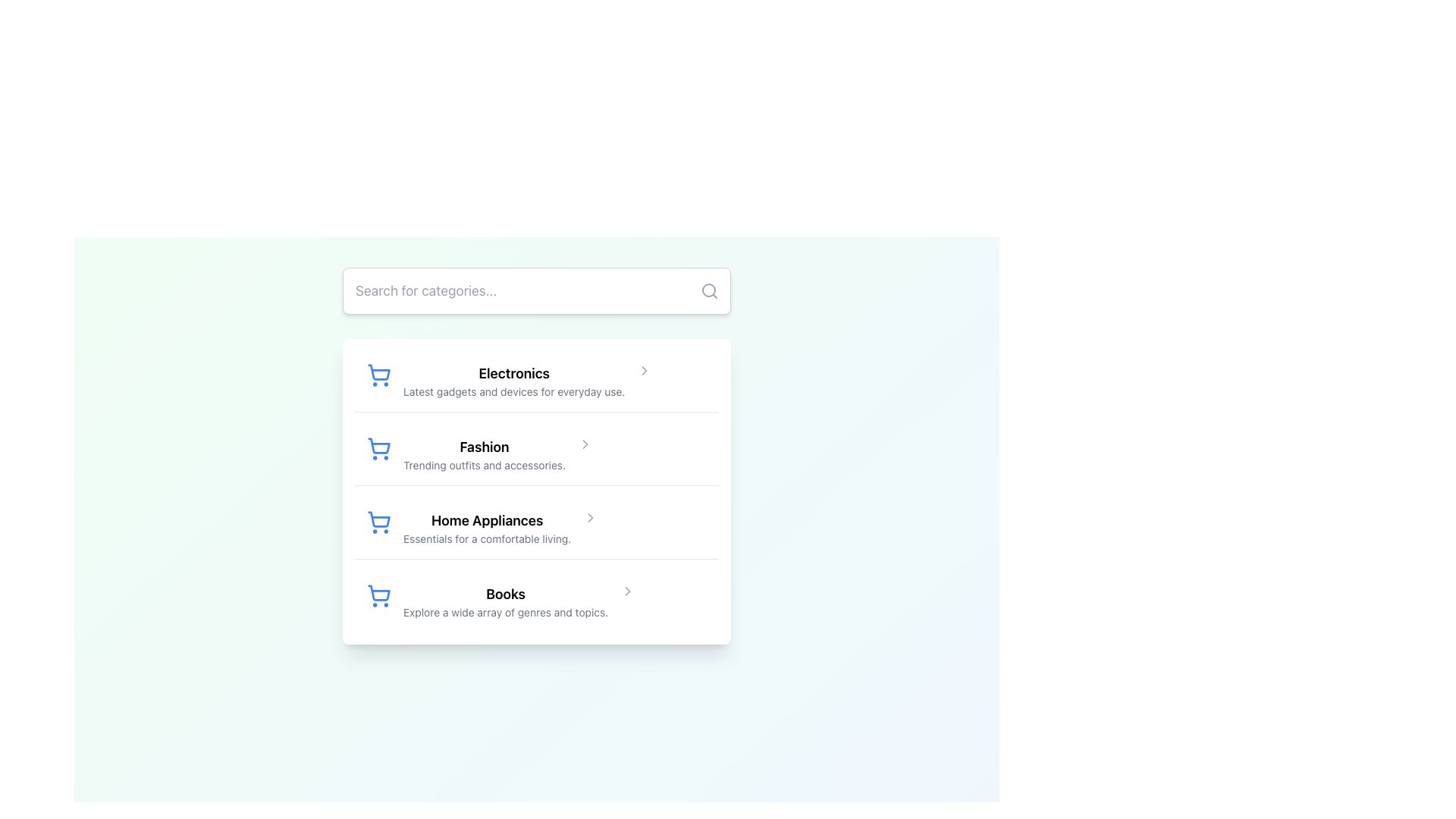  What do you see at coordinates (628, 590) in the screenshot?
I see `the forward-pointing gray chevron icon located at the far right of the row labeled 'Books - Explore a wide array of genres and topics.'` at bounding box center [628, 590].